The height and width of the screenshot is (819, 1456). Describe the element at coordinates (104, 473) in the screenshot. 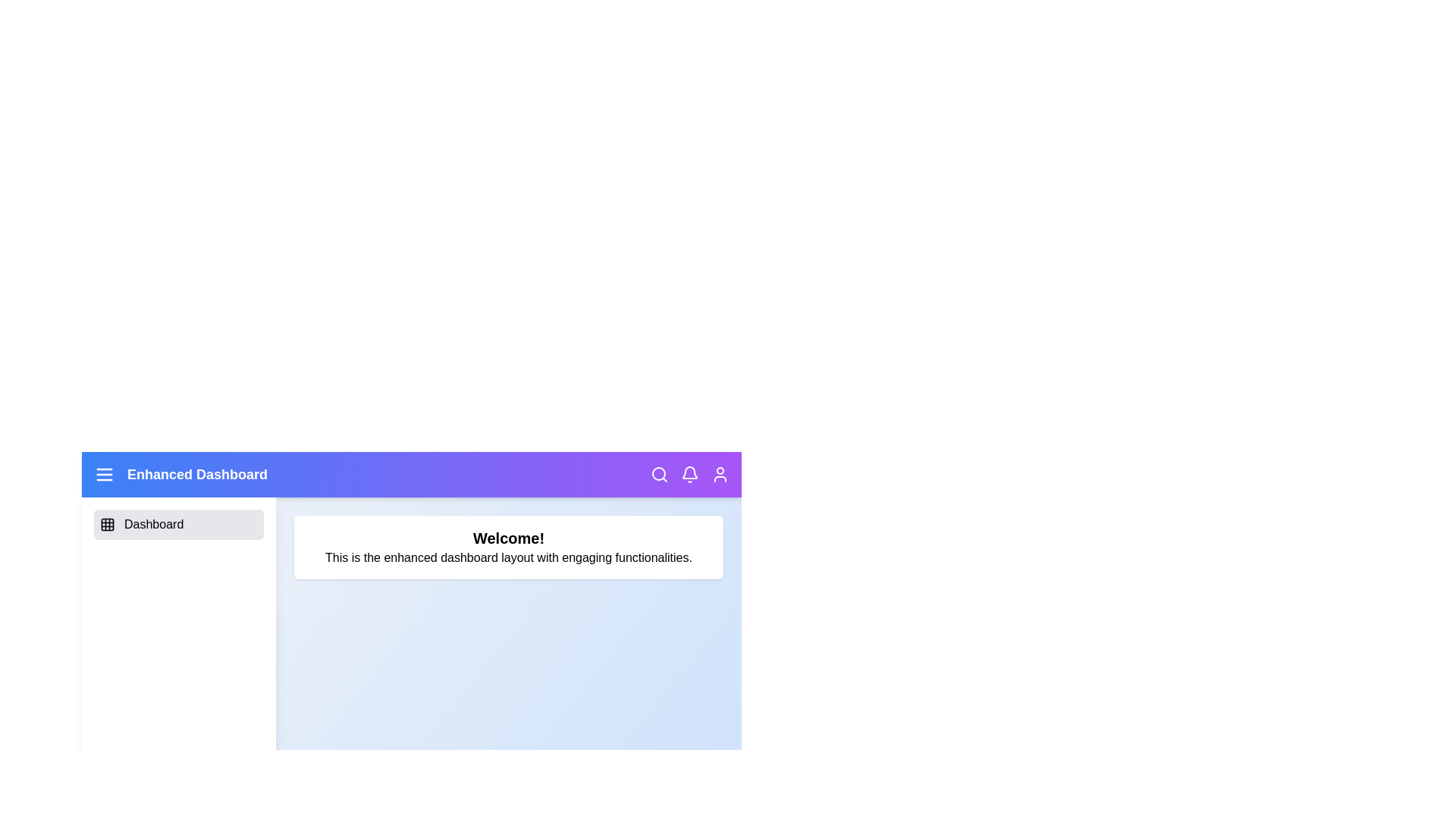

I see `the menu icon to toggle the sidebar visibility` at that location.